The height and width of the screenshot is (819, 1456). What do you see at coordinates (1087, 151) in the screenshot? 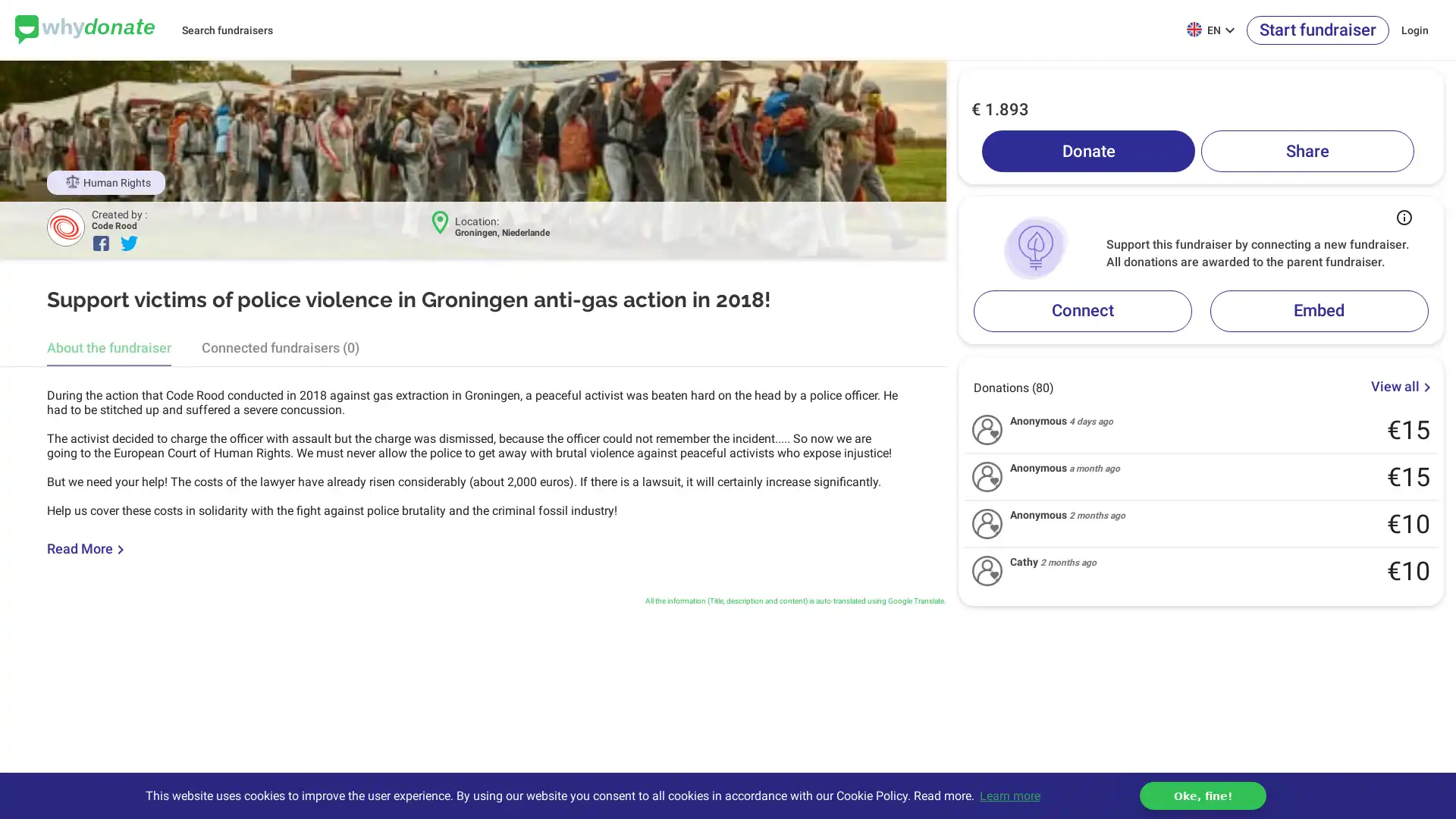
I see `Donate` at bounding box center [1087, 151].